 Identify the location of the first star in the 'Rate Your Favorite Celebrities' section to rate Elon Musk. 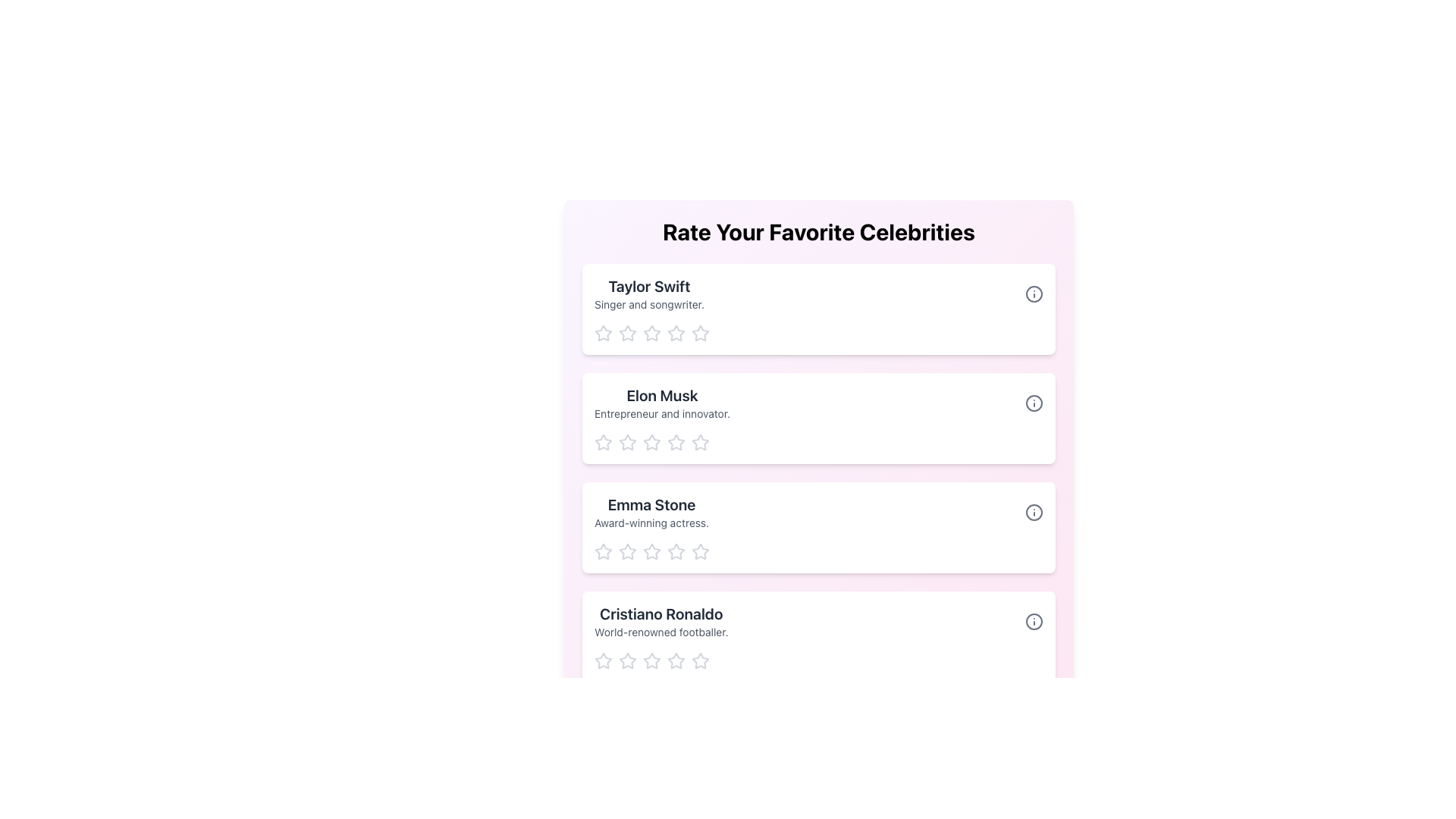
(628, 442).